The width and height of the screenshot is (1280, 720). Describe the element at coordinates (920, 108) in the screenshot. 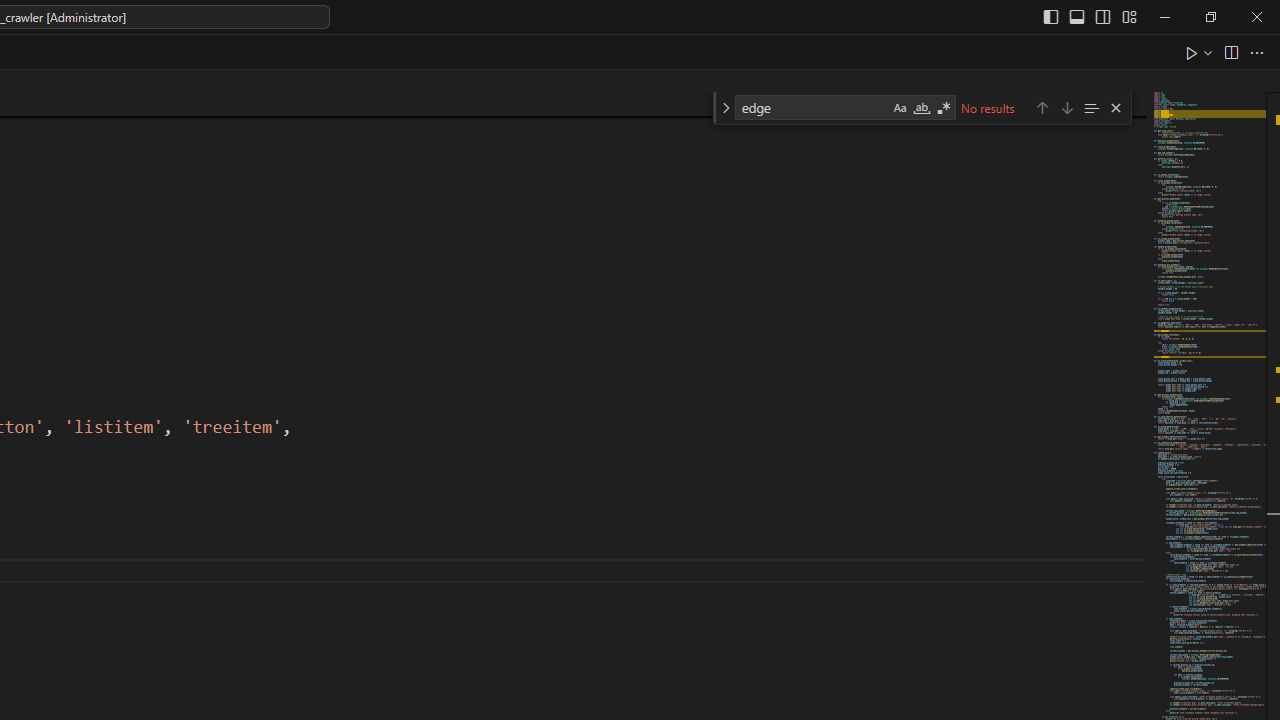

I see `'Match Whole Word (Alt+W)'` at that location.